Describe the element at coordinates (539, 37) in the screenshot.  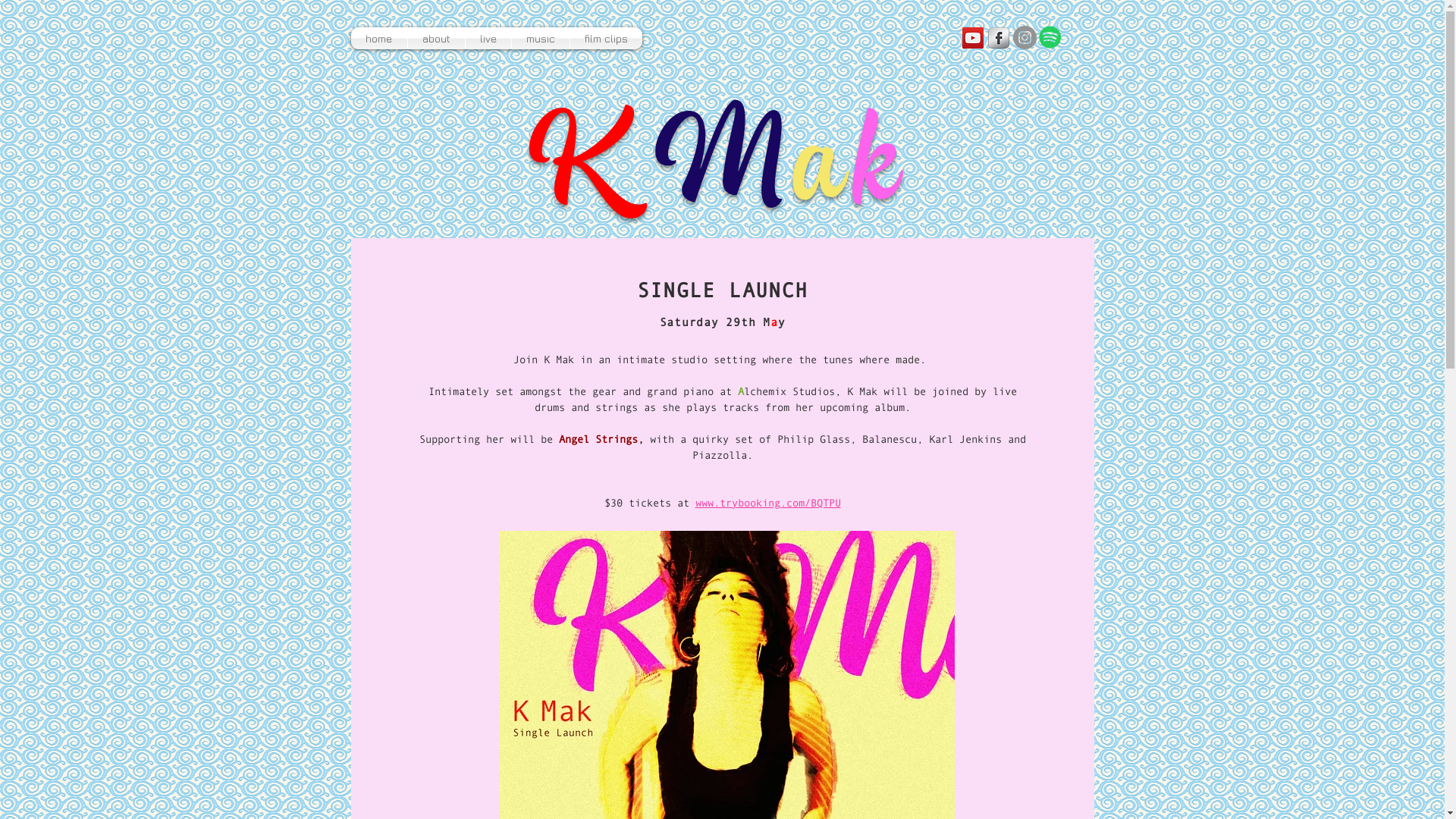
I see `'music'` at that location.